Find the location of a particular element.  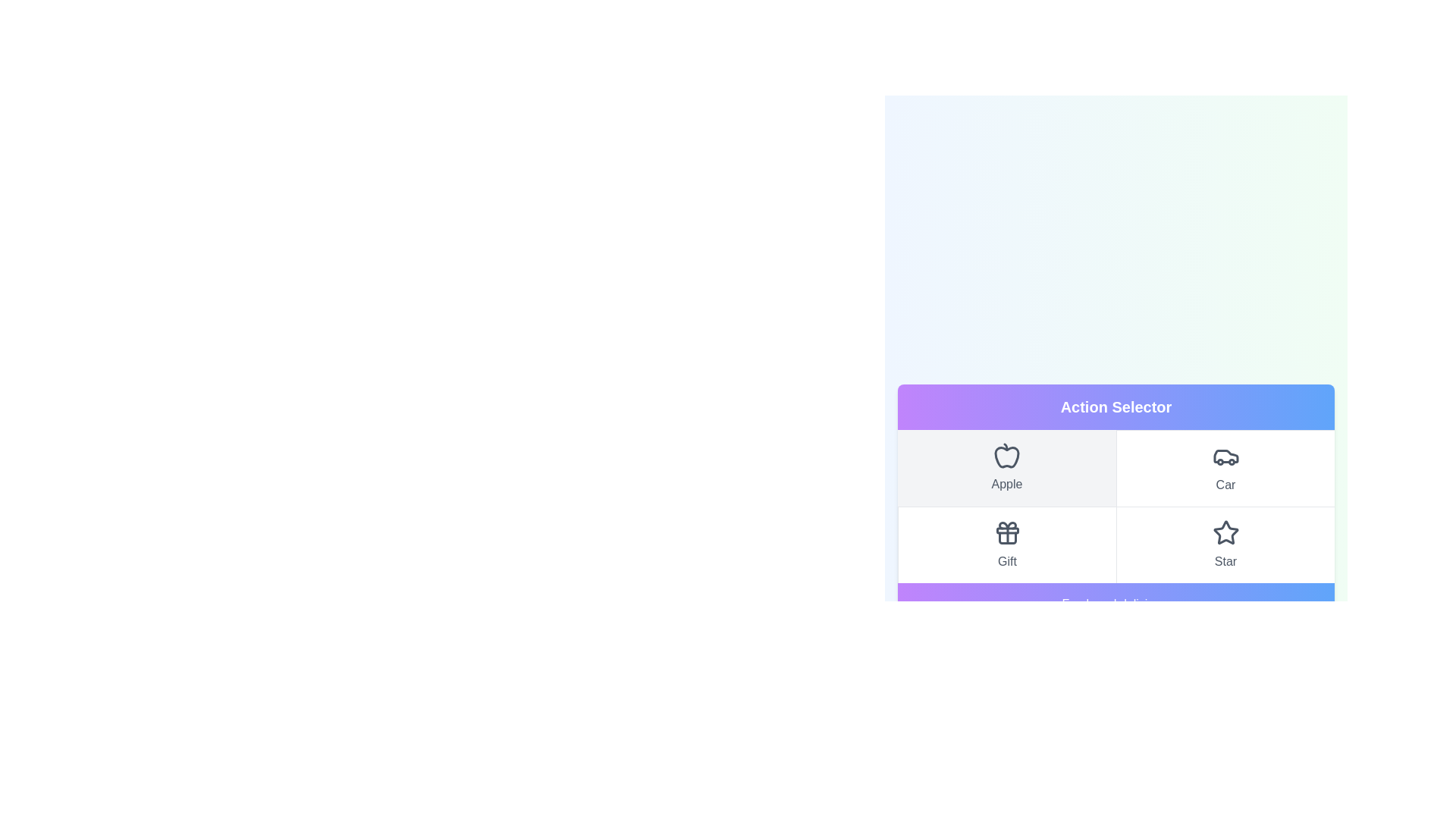

the 'Star' button, which features a star icon above the label 'Star', located in the bottom-right cell of a 2x2 grid within the 'Action Selector' section is located at coordinates (1225, 543).